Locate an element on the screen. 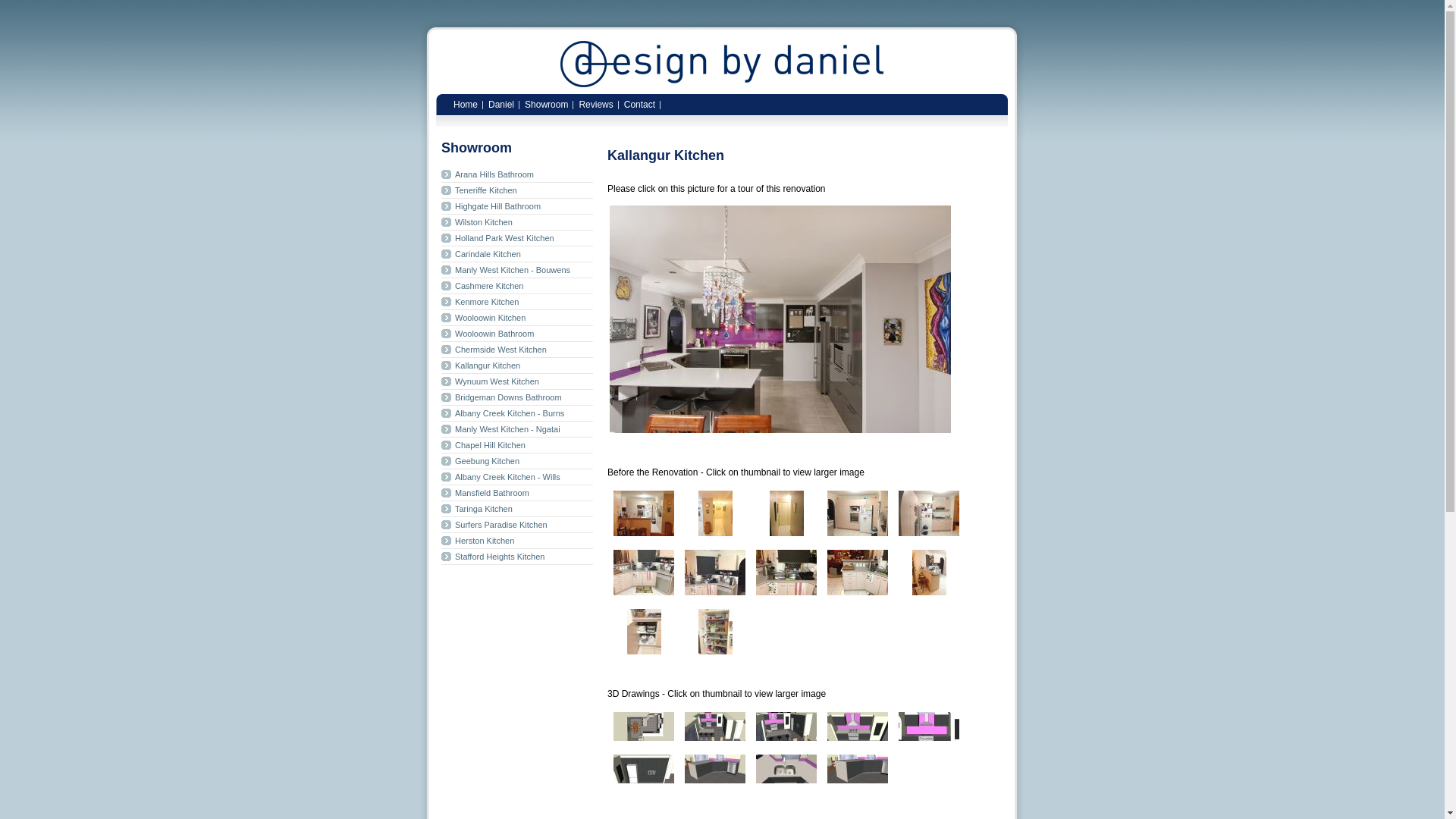  'Albany Creek Kitchen - Wills' is located at coordinates (440, 476).